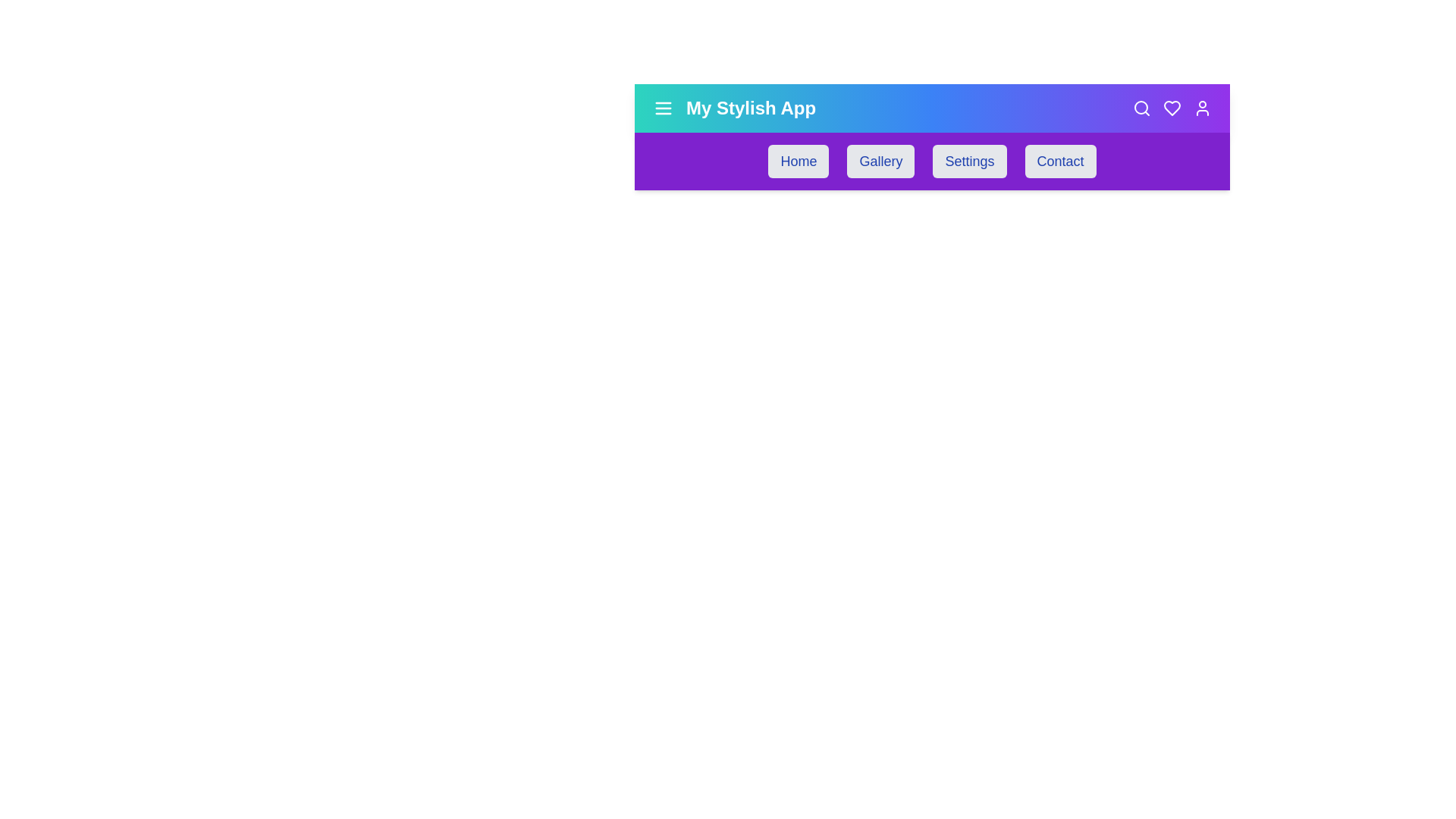 This screenshot has width=1456, height=819. Describe the element at coordinates (797, 161) in the screenshot. I see `the navigation link Home from the menu` at that location.